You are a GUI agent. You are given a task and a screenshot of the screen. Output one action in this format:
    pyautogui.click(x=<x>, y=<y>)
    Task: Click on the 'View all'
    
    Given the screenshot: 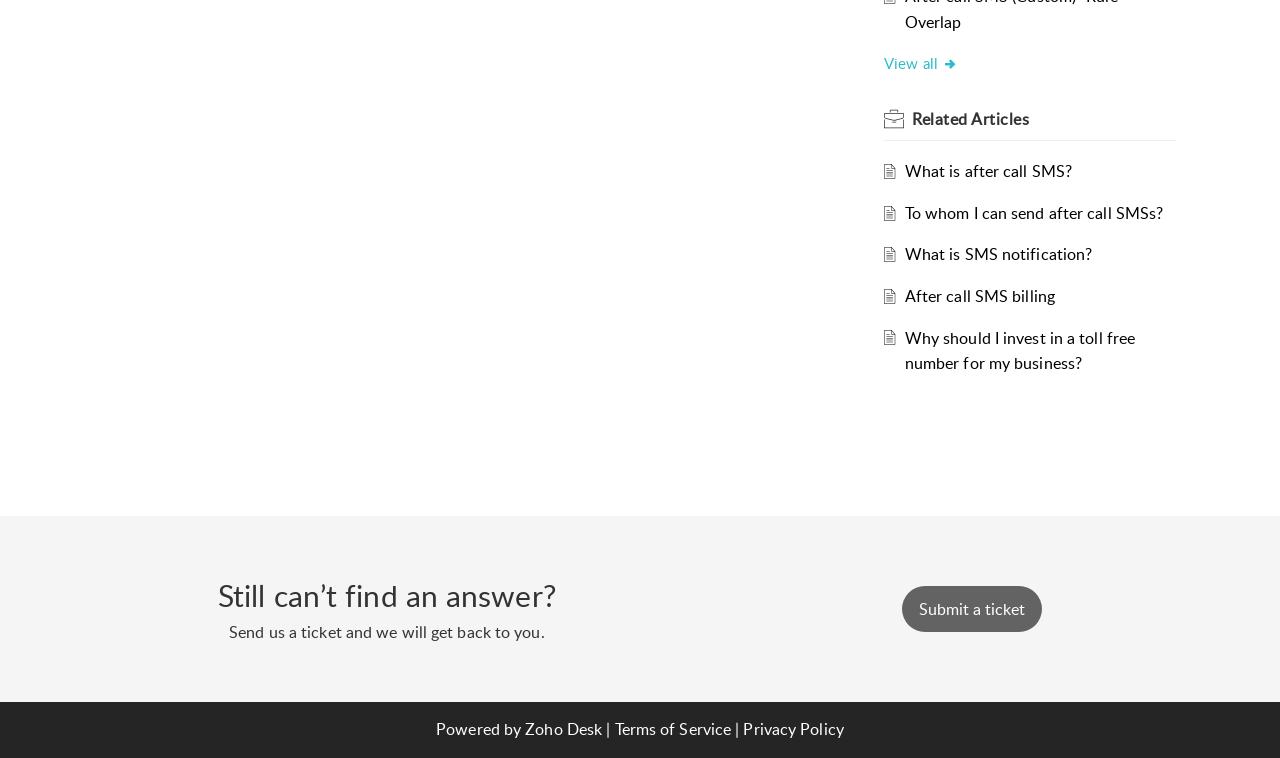 What is the action you would take?
    pyautogui.click(x=909, y=61)
    